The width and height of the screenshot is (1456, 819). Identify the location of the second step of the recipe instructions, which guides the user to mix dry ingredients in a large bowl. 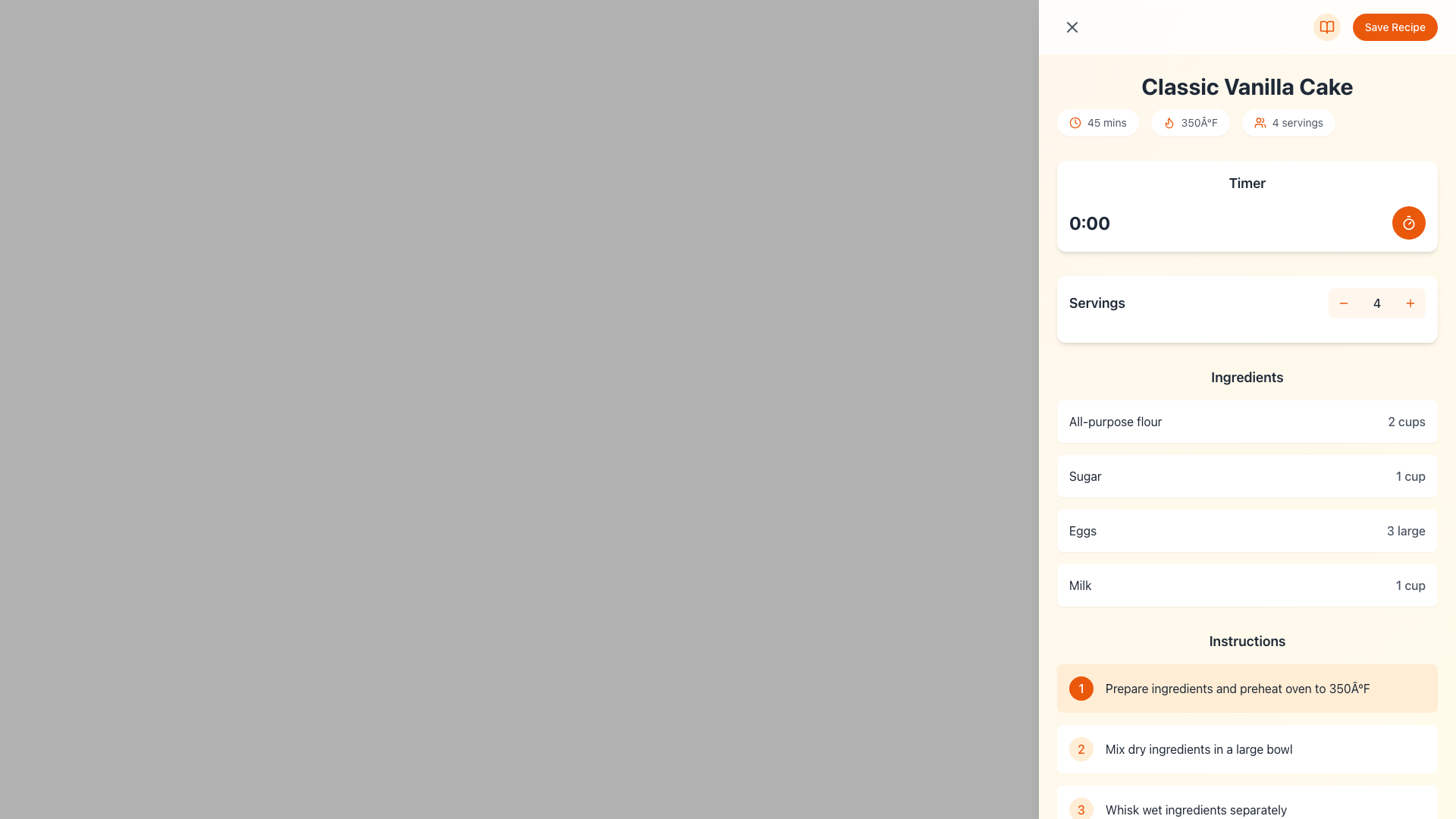
(1247, 748).